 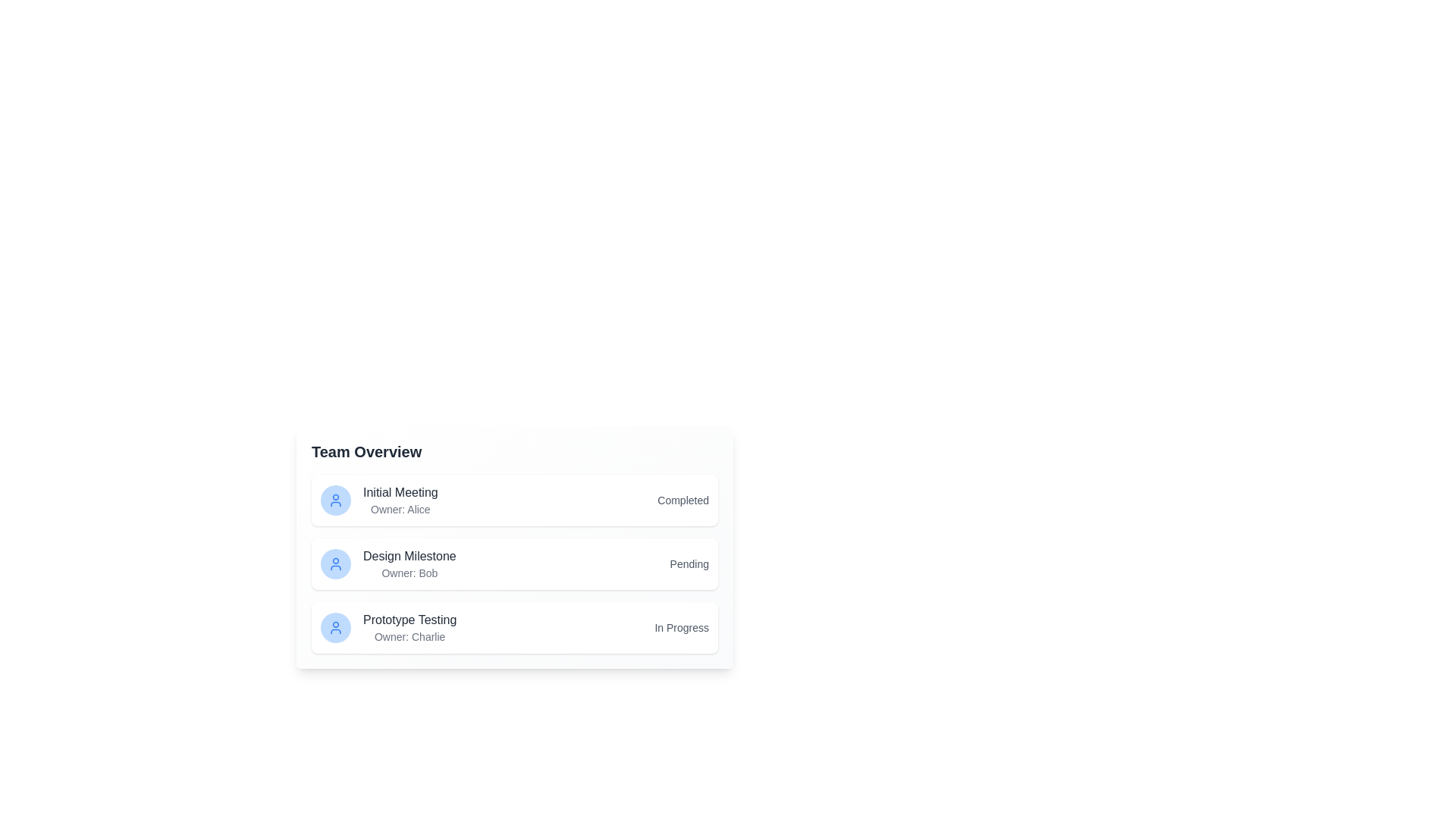 What do you see at coordinates (400, 500) in the screenshot?
I see `content displayed in the Text block that shows meeting information, positioned to the right of an avatar icon and adjacent to a 'Completed' status label` at bounding box center [400, 500].